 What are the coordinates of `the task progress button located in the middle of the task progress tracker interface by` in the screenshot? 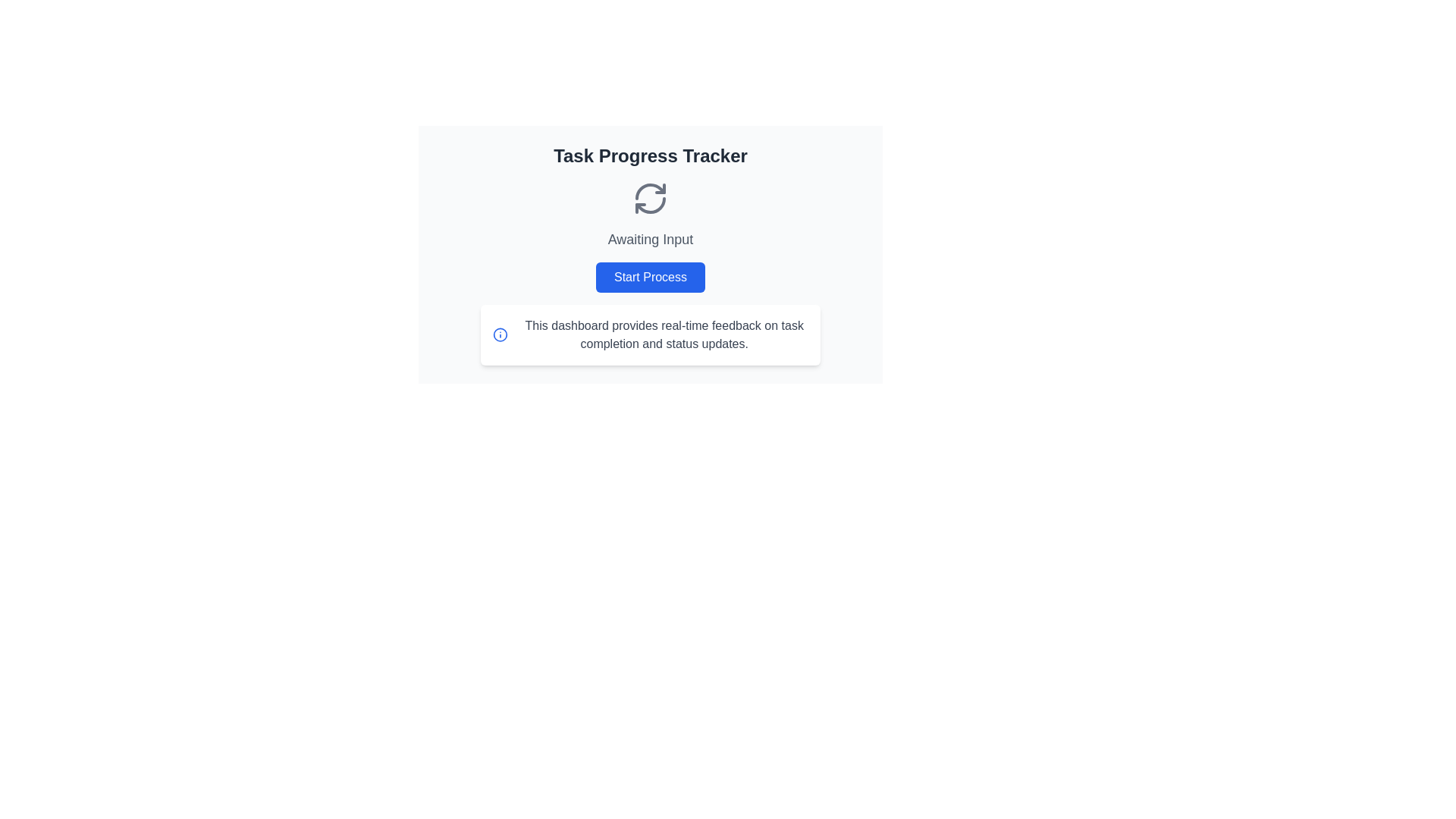 It's located at (651, 253).